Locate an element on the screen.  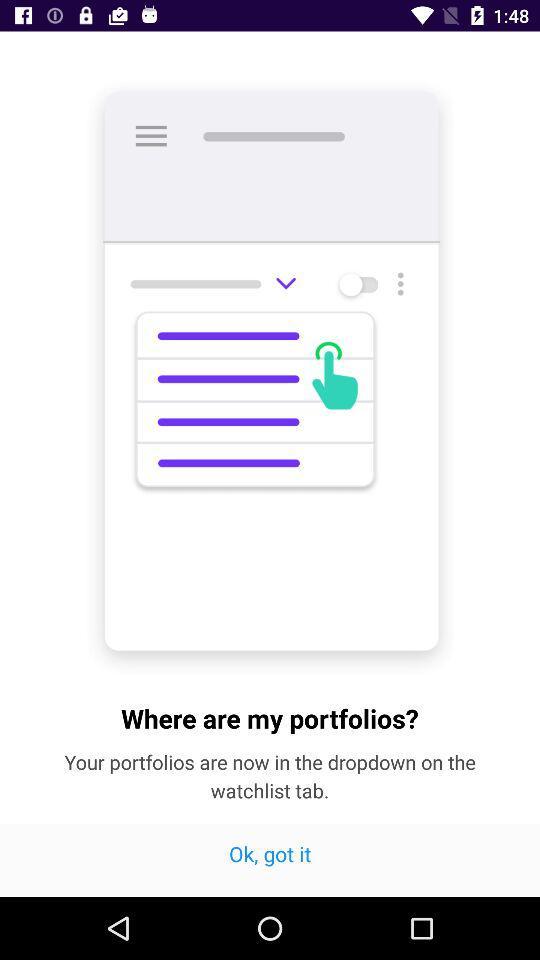
ok, got it item is located at coordinates (270, 859).